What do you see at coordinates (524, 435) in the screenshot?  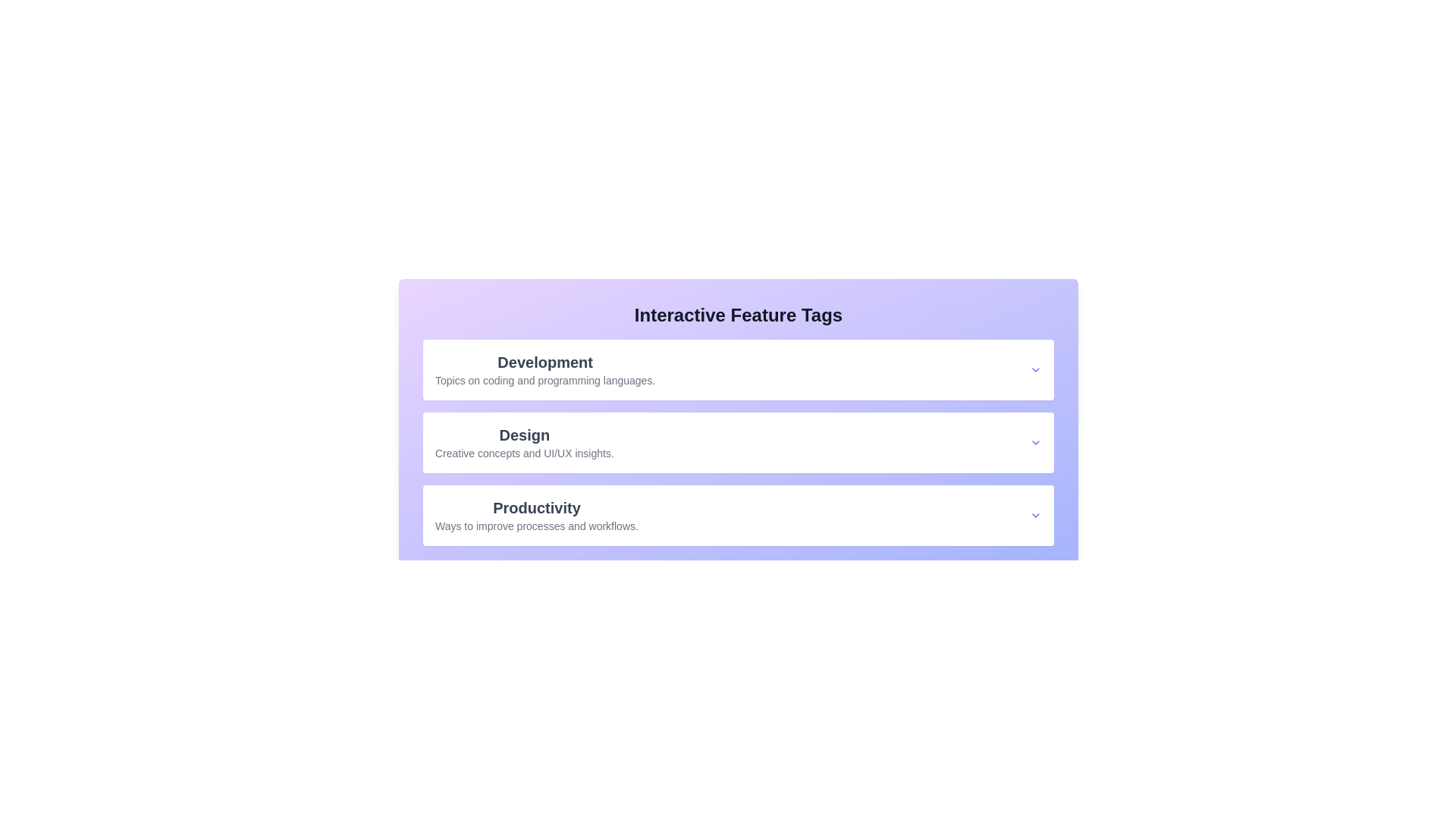 I see `the title heading text element labeled 'Design', which is positioned centrally in the interface above the 'Productivity' section` at bounding box center [524, 435].